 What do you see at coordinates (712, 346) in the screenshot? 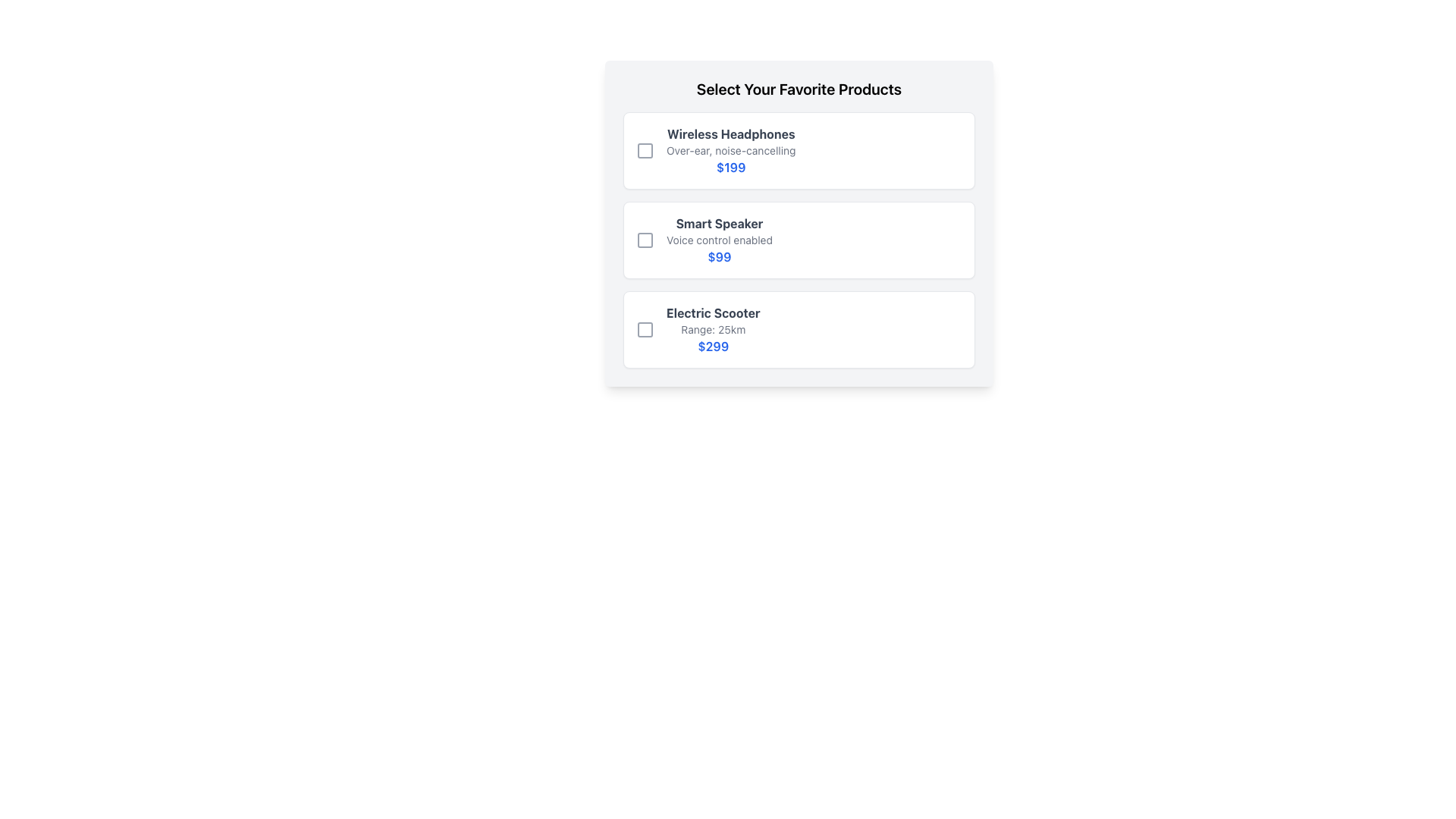
I see `price value displayed in the text label for the Electric Scooter product option, which is positioned below the 'Range: 25km' text and aligned to the right` at bounding box center [712, 346].